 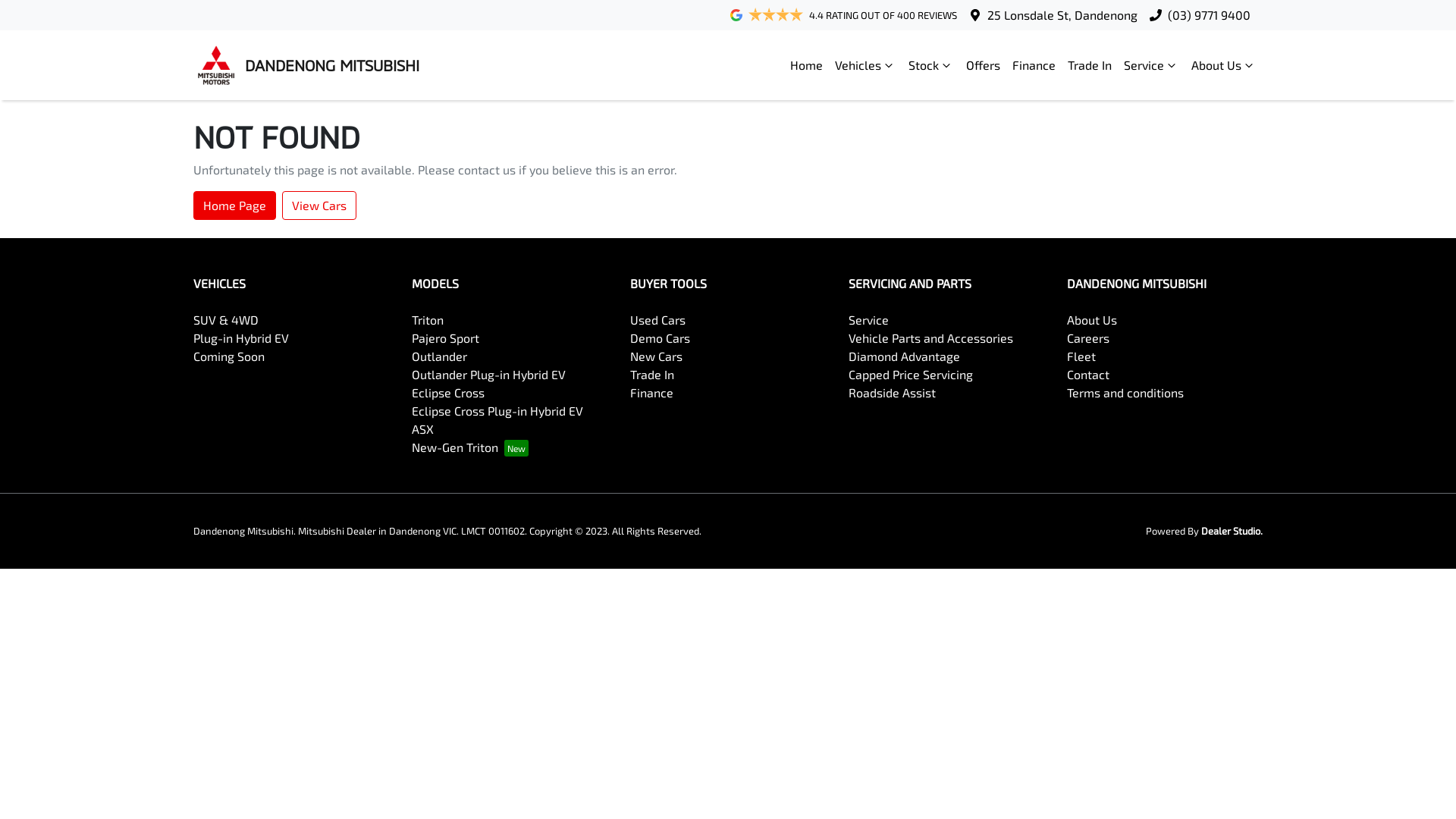 I want to click on 'Vehicle Parts and Accessories', so click(x=930, y=337).